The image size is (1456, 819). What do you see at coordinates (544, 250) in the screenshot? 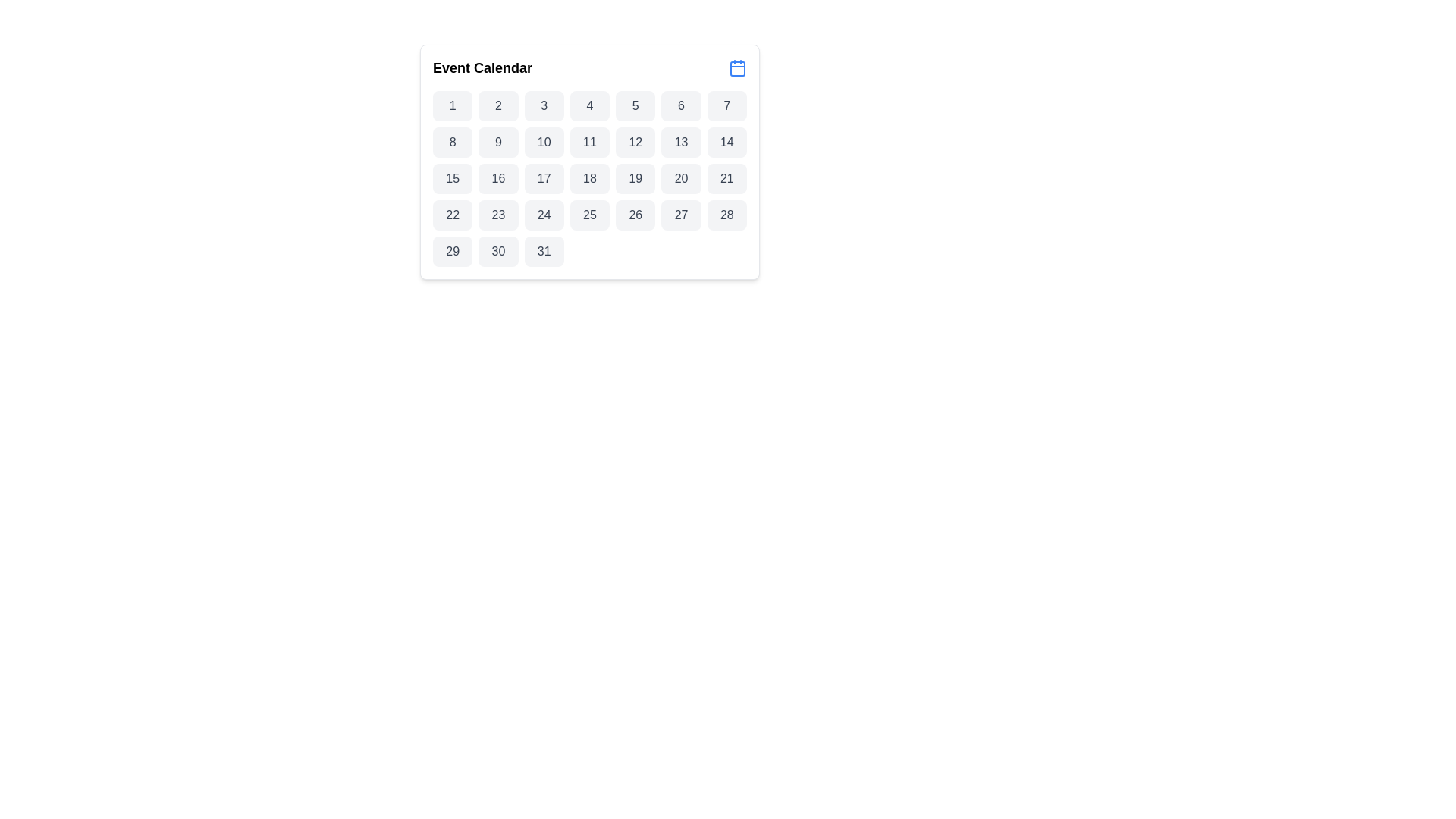
I see `the button displaying the number 31 in the Event Calendar` at bounding box center [544, 250].